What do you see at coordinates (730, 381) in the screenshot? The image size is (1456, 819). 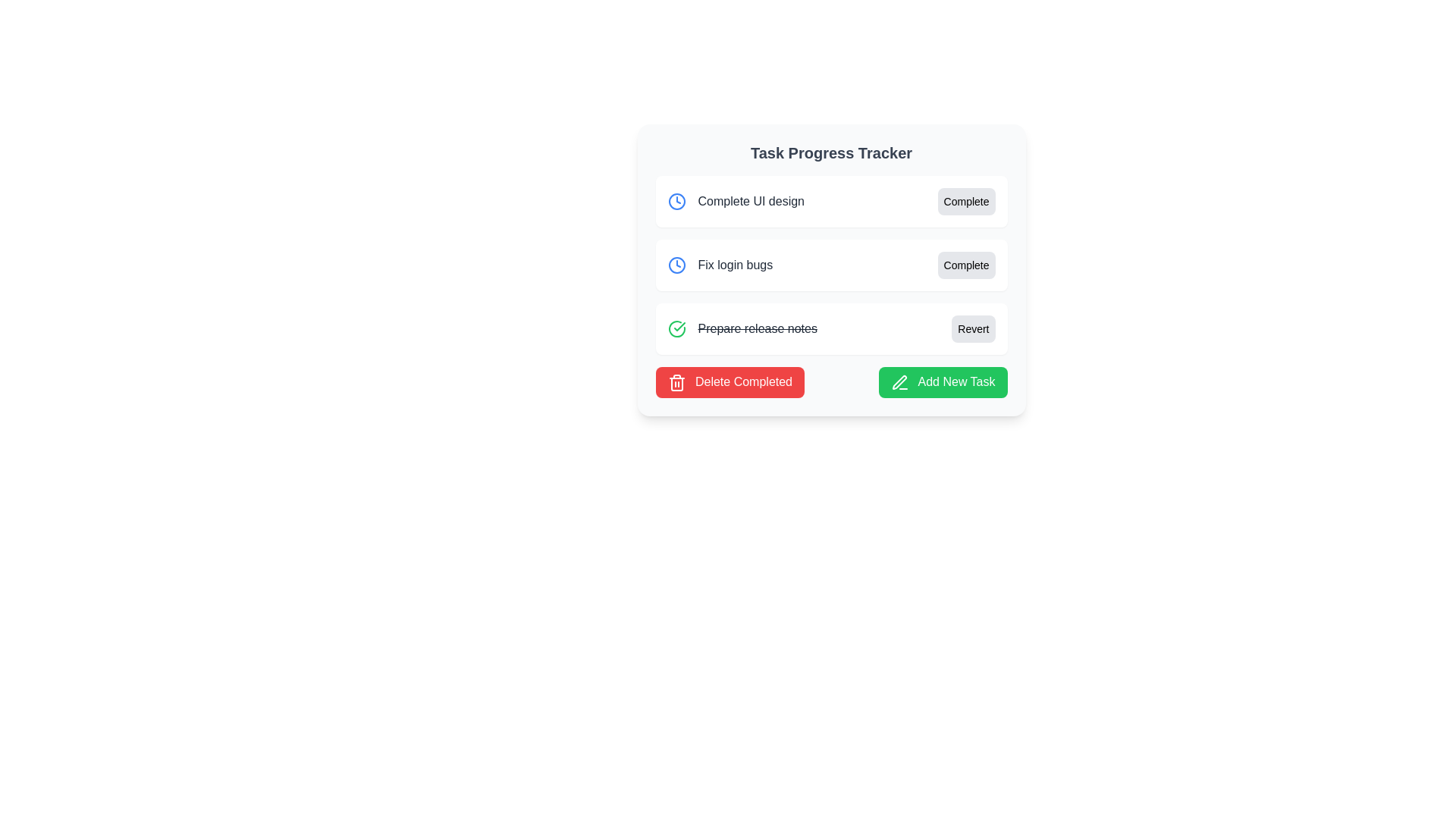 I see `the 'Delete Completed' button, which has a red background and white text, located in the bottom-left corner of the task management interface` at bounding box center [730, 381].